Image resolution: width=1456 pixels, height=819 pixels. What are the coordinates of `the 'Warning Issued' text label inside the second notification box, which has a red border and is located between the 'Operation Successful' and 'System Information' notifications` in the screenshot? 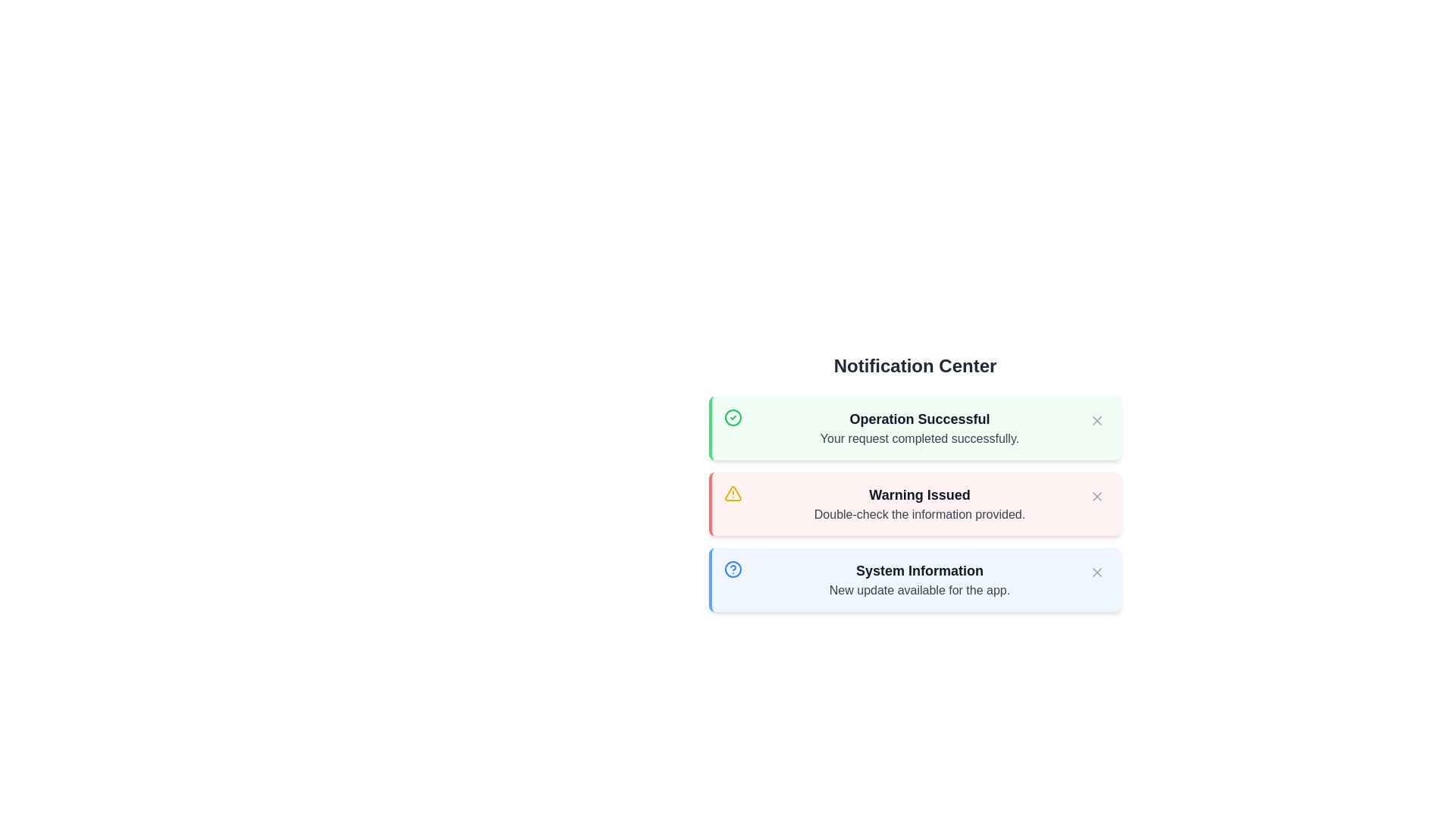 It's located at (919, 494).